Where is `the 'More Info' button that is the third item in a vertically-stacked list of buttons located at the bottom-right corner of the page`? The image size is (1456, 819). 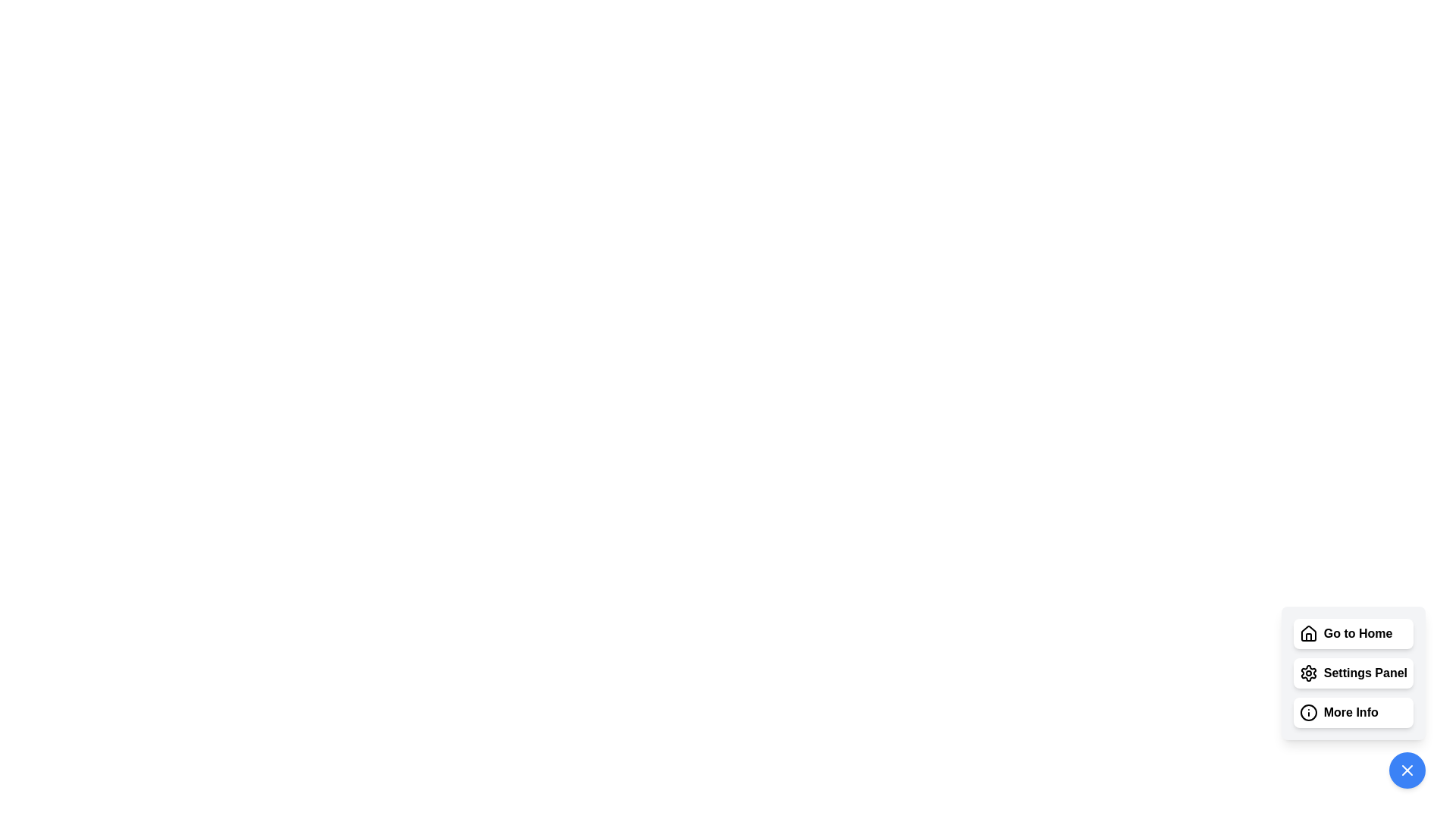
the 'More Info' button that is the third item in a vertically-stacked list of buttons located at the bottom-right corner of the page is located at coordinates (1351, 713).